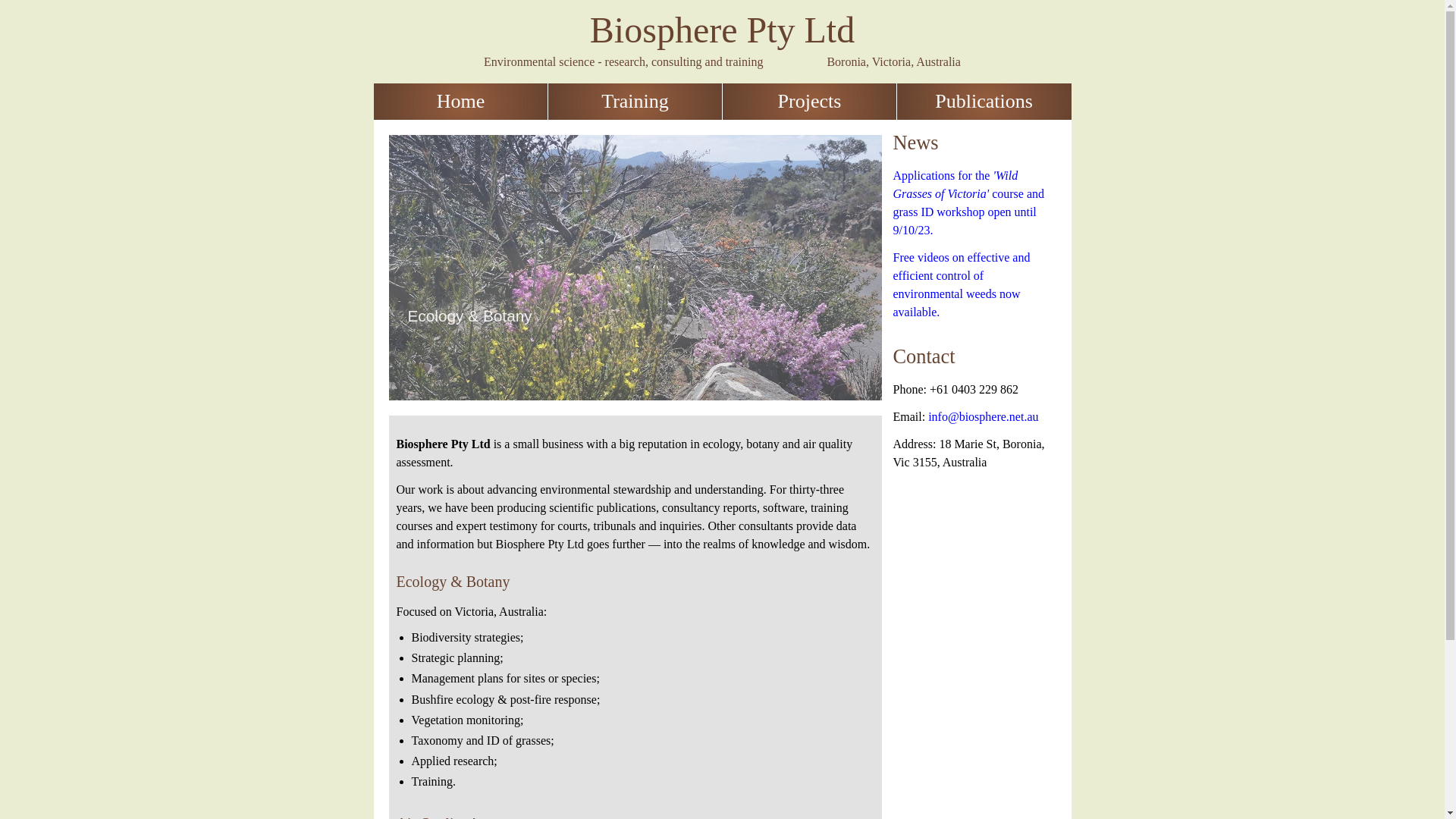 This screenshot has height=819, width=1456. I want to click on 'Projects', so click(808, 102).